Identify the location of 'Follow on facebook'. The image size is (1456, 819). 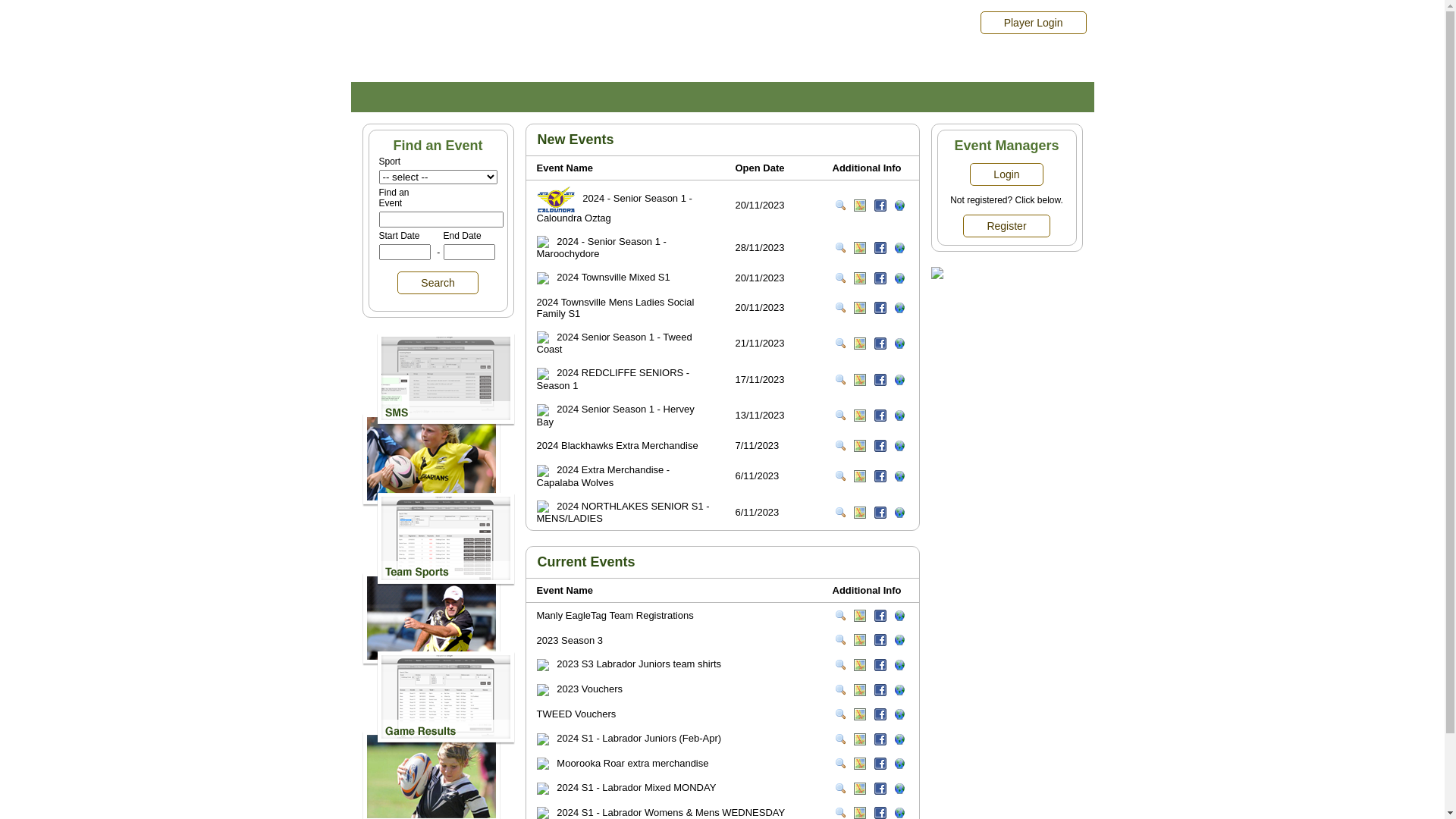
(880, 640).